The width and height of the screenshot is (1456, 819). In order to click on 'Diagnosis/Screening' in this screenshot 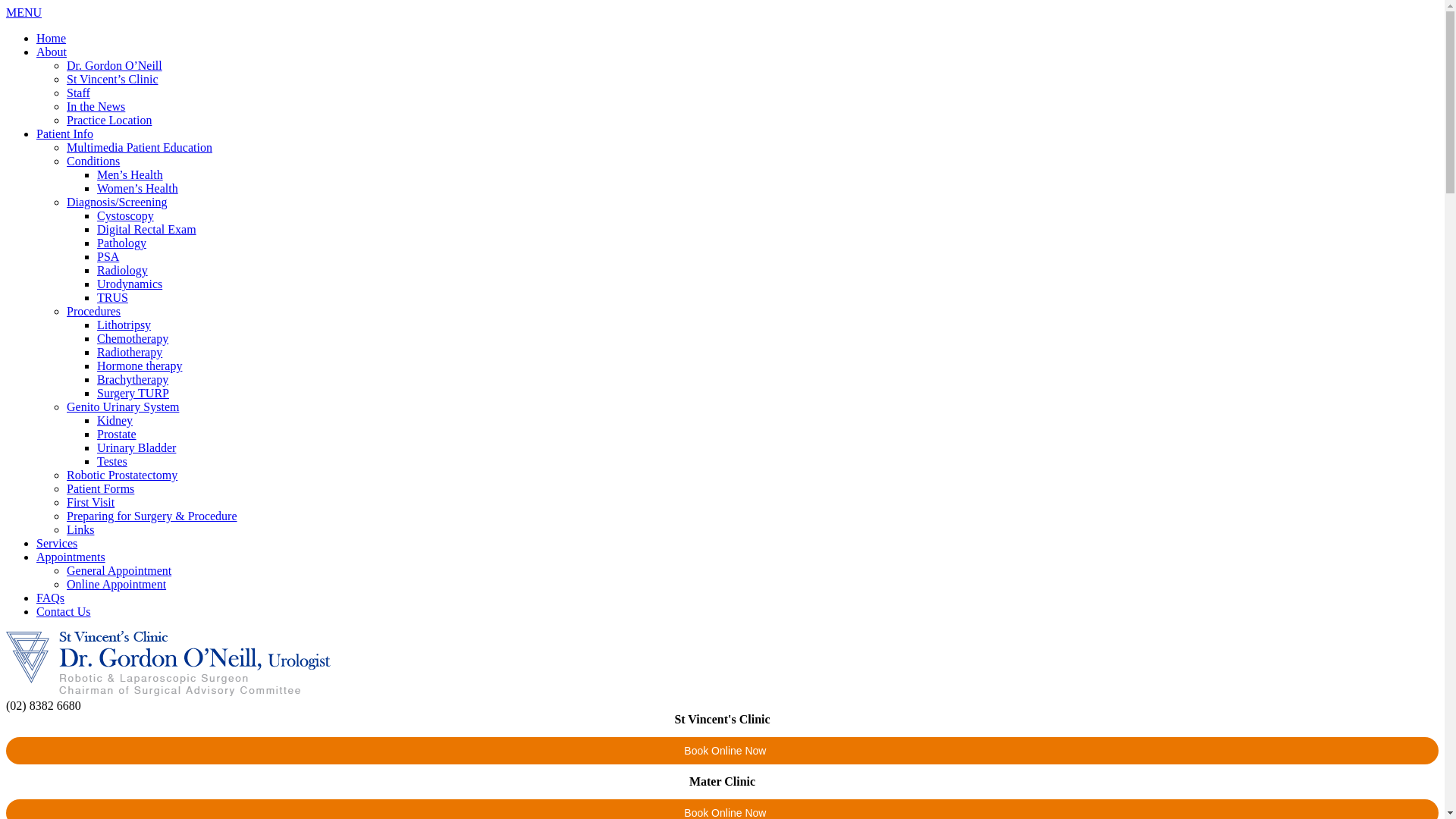, I will do `click(115, 201)`.